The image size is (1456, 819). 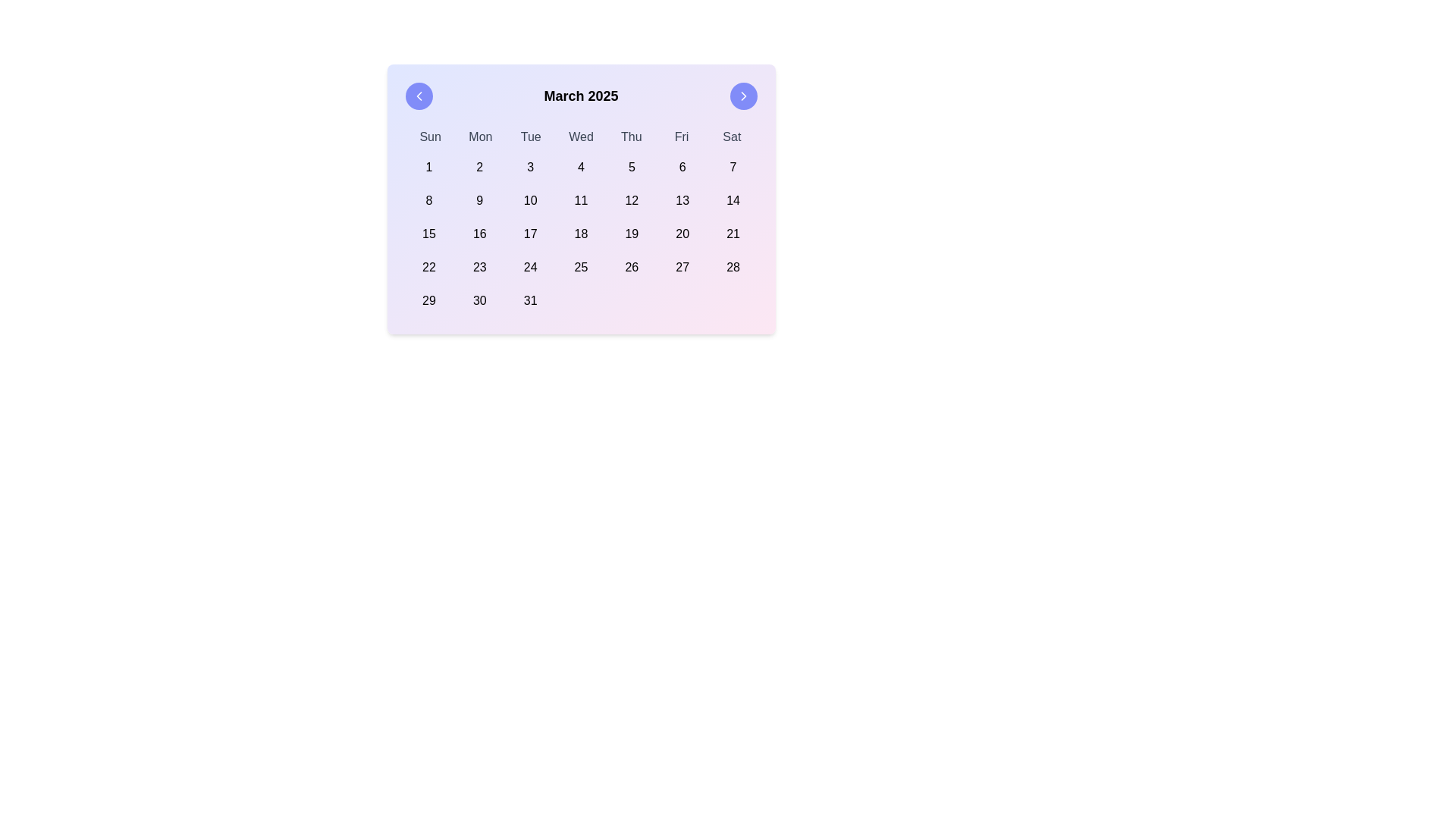 I want to click on the square button with a rounded border containing the text '20', so click(x=682, y=234).